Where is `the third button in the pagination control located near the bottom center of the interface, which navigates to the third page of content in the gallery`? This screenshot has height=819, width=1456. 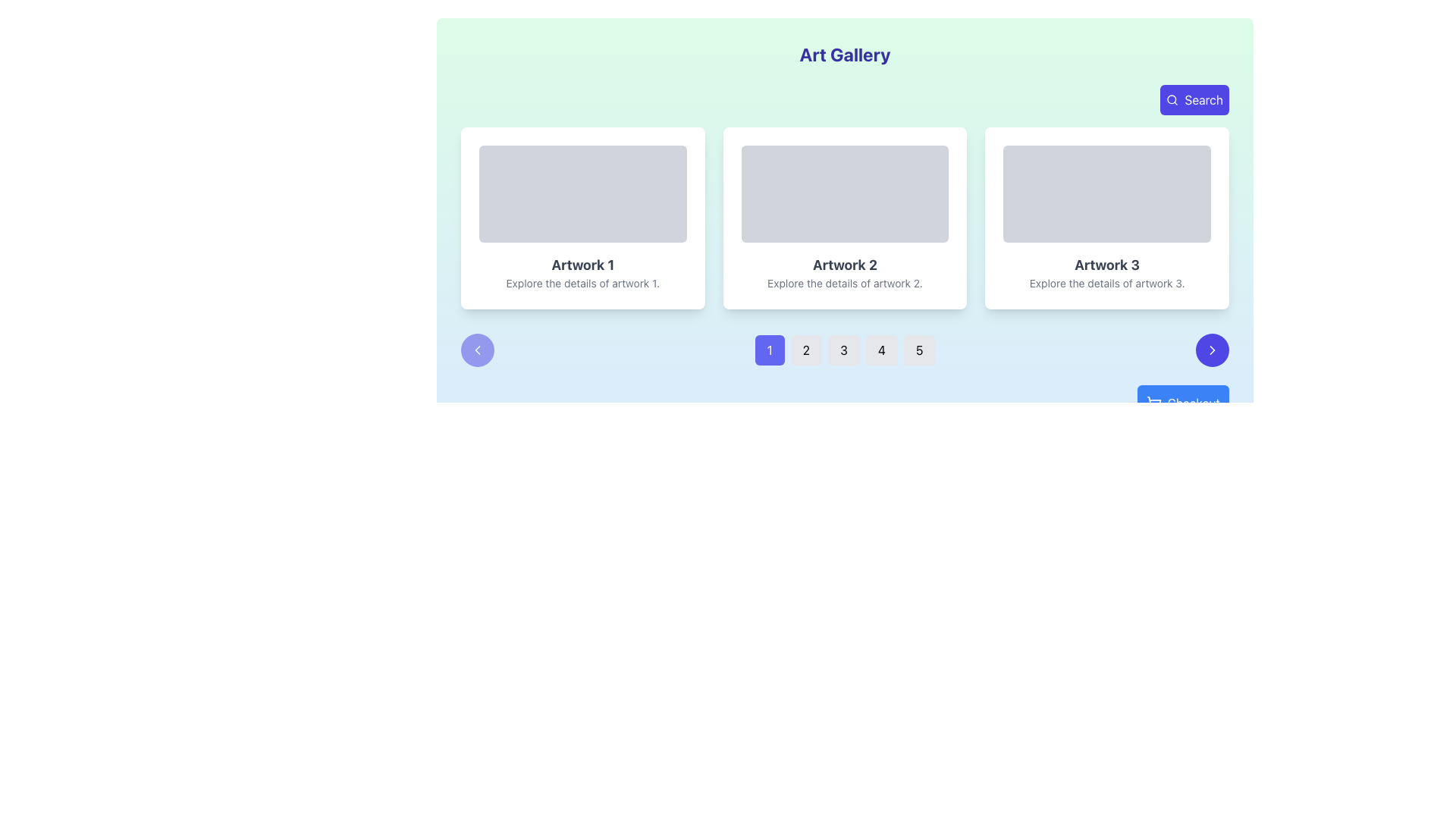 the third button in the pagination control located near the bottom center of the interface, which navigates to the third page of content in the gallery is located at coordinates (844, 350).